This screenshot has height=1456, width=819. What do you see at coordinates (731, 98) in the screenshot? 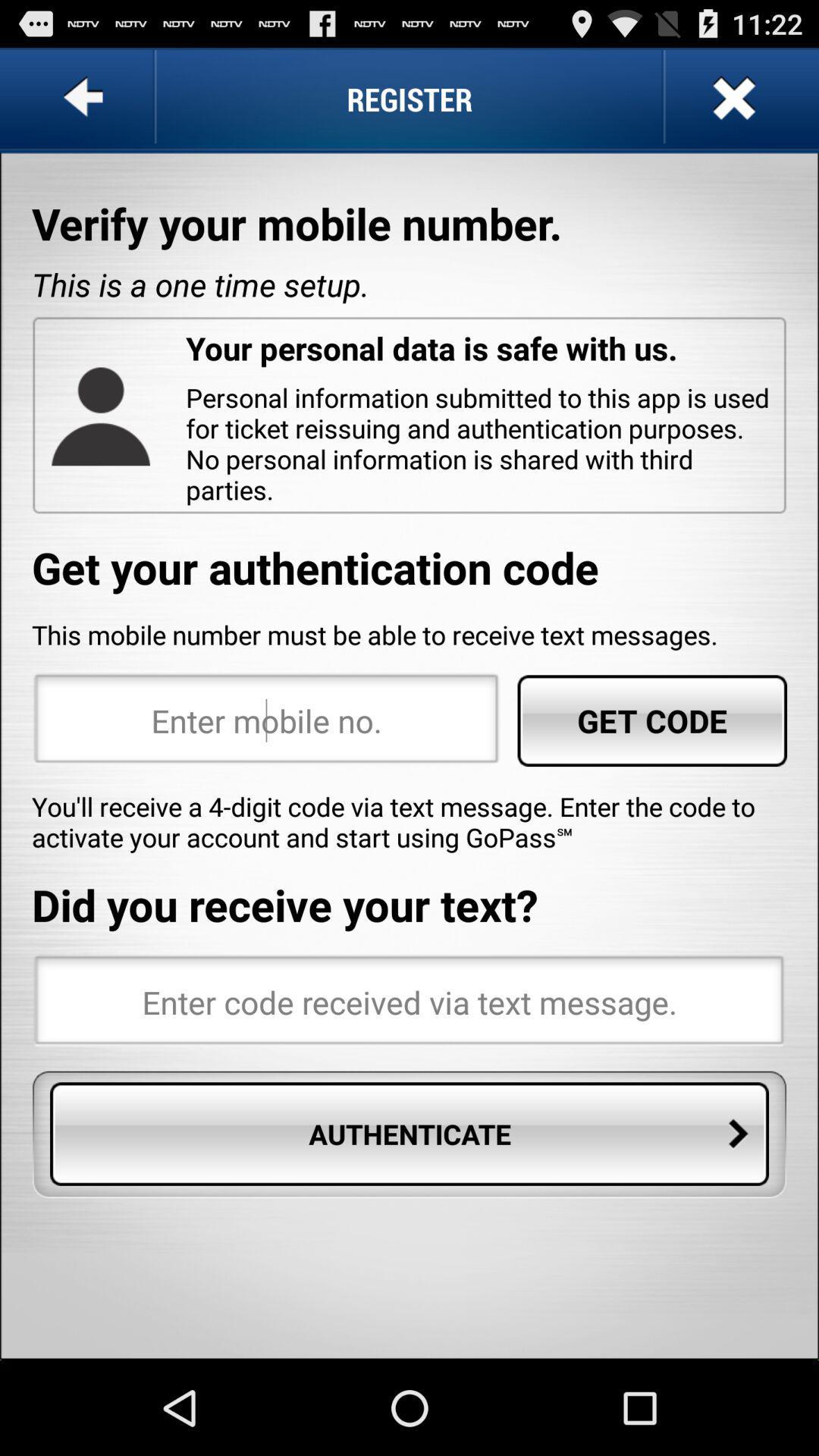
I see `button at the top right corner` at bounding box center [731, 98].